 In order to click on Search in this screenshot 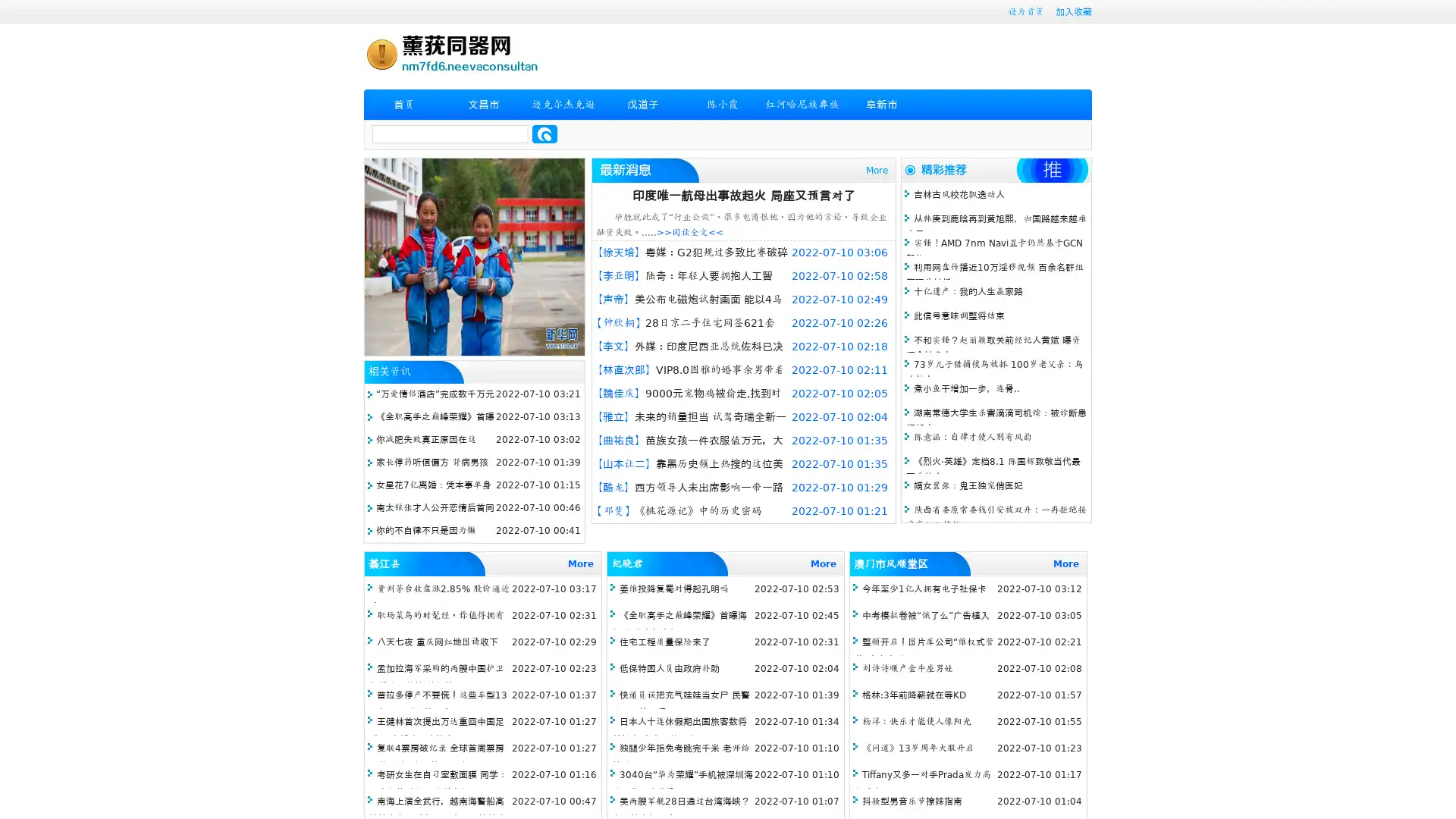, I will do `click(544, 133)`.